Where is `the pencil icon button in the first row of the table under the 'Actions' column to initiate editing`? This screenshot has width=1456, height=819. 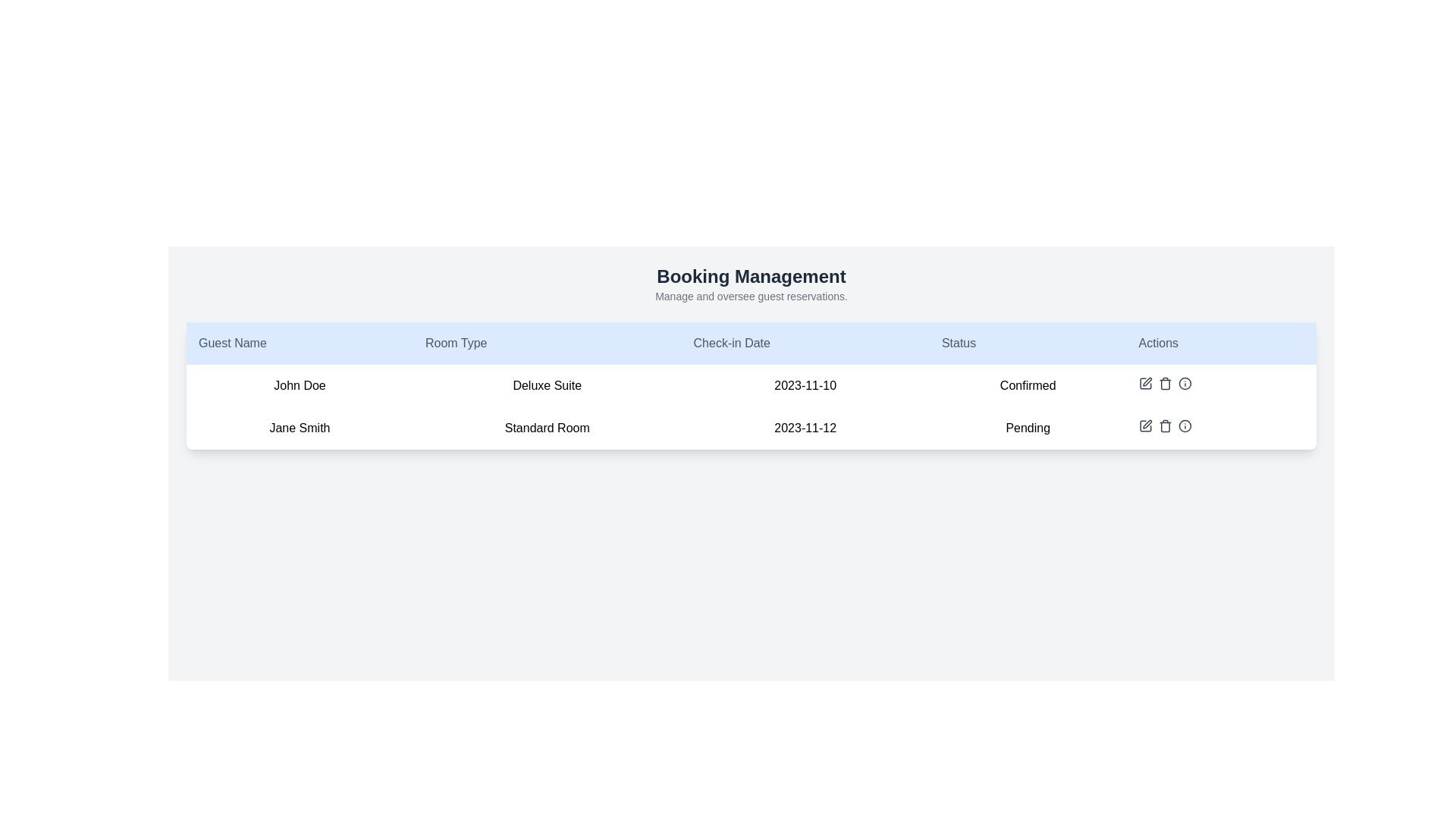
the pencil icon button in the first row of the table under the 'Actions' column to initiate editing is located at coordinates (1145, 382).